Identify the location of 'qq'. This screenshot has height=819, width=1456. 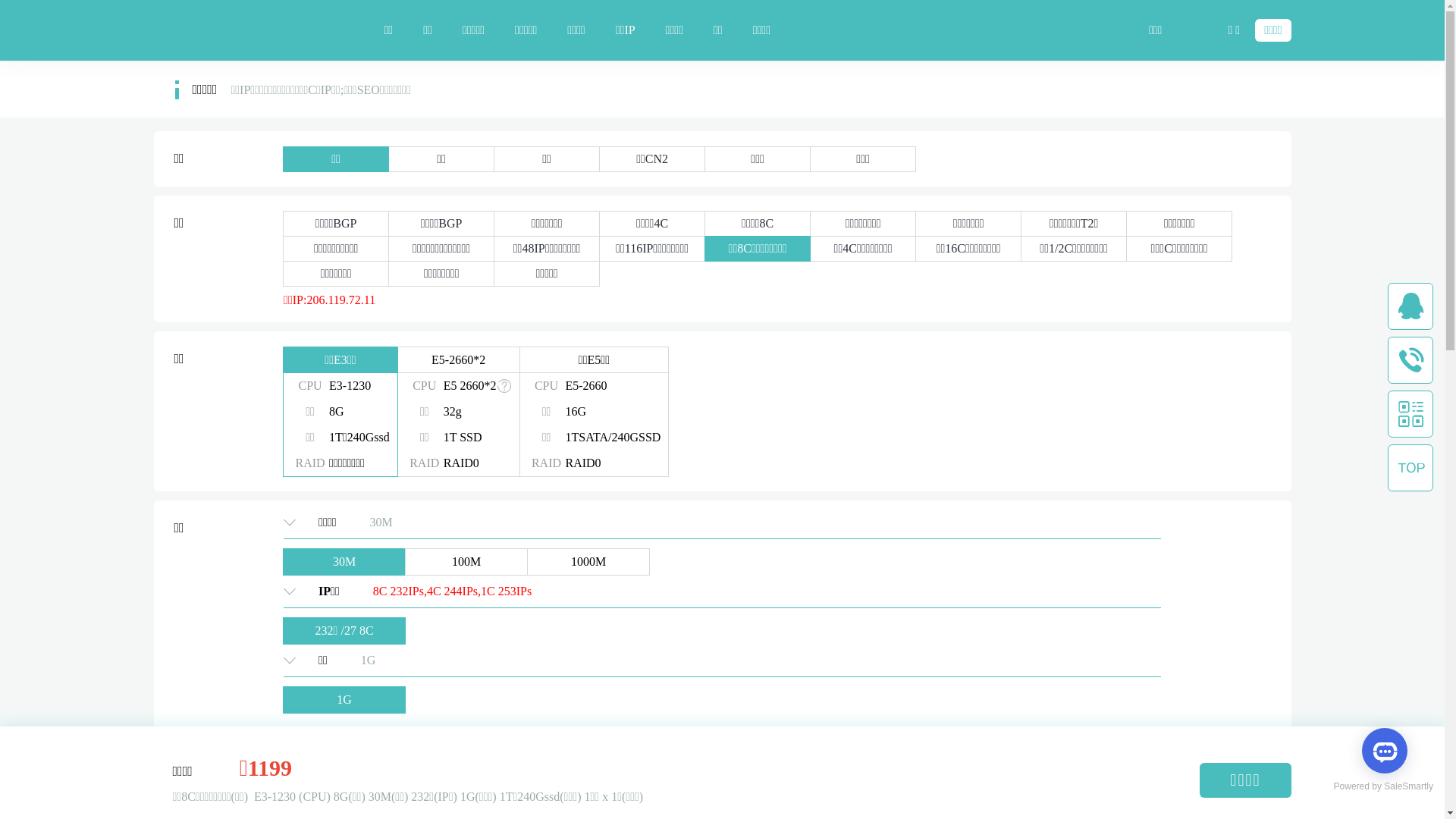
(1410, 306).